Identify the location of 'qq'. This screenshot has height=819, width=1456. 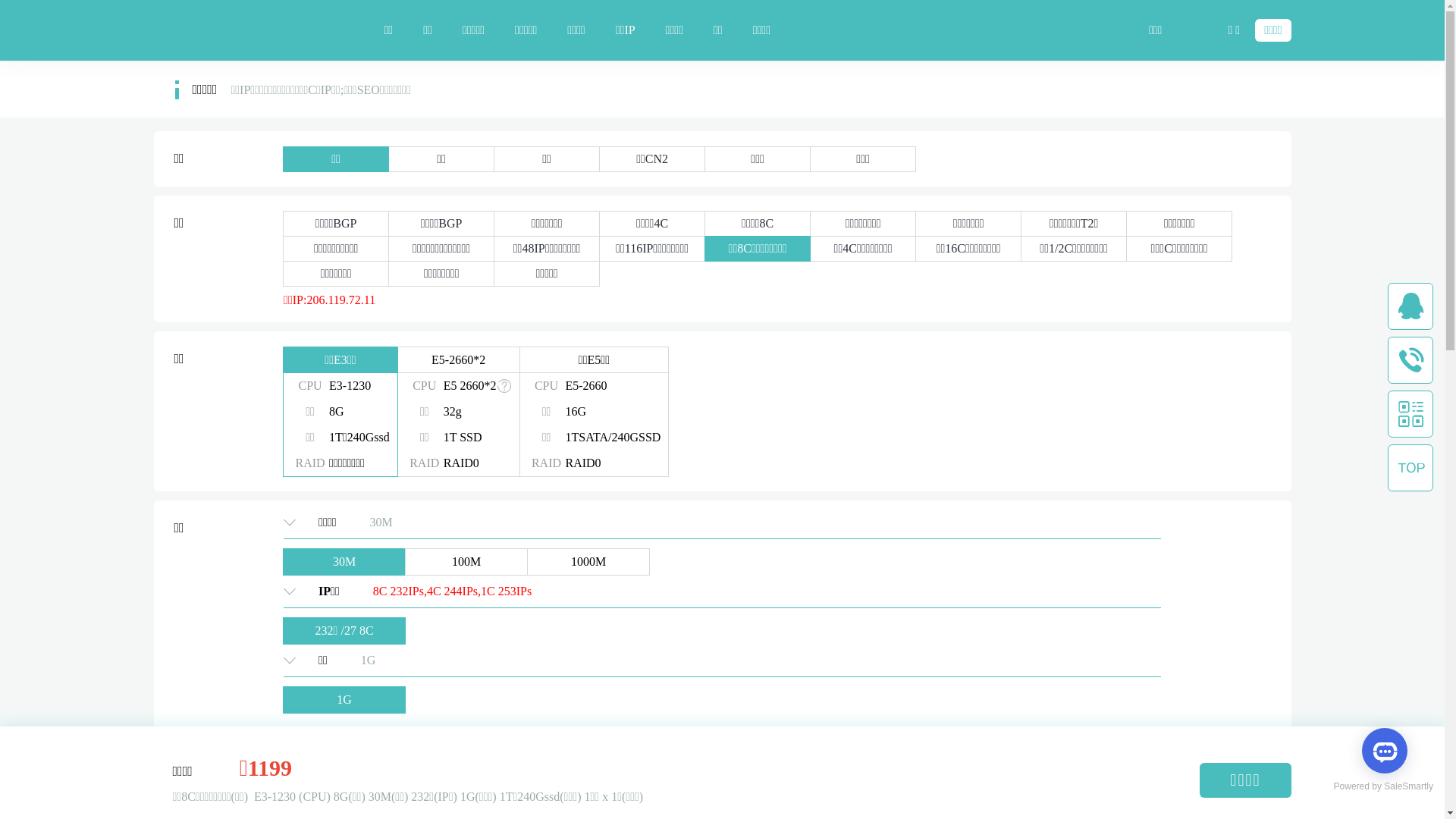
(1410, 306).